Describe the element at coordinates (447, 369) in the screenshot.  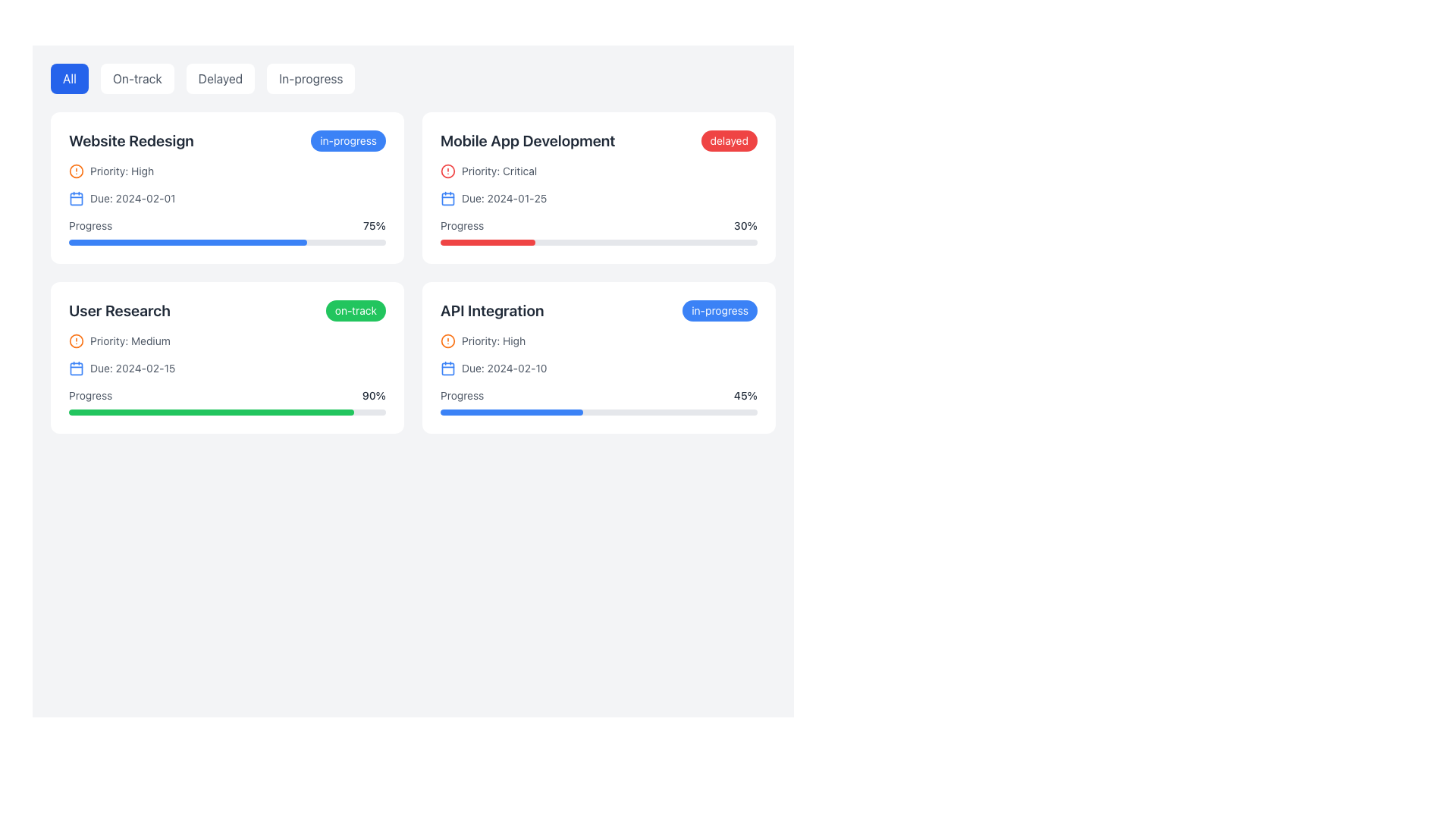
I see `the Icon subcomponent (rectangle within calendar icon) that visually represents the calendar's main body, located within the 'Due Date' line of the 'API Integration' card in the bottom-right area` at that location.